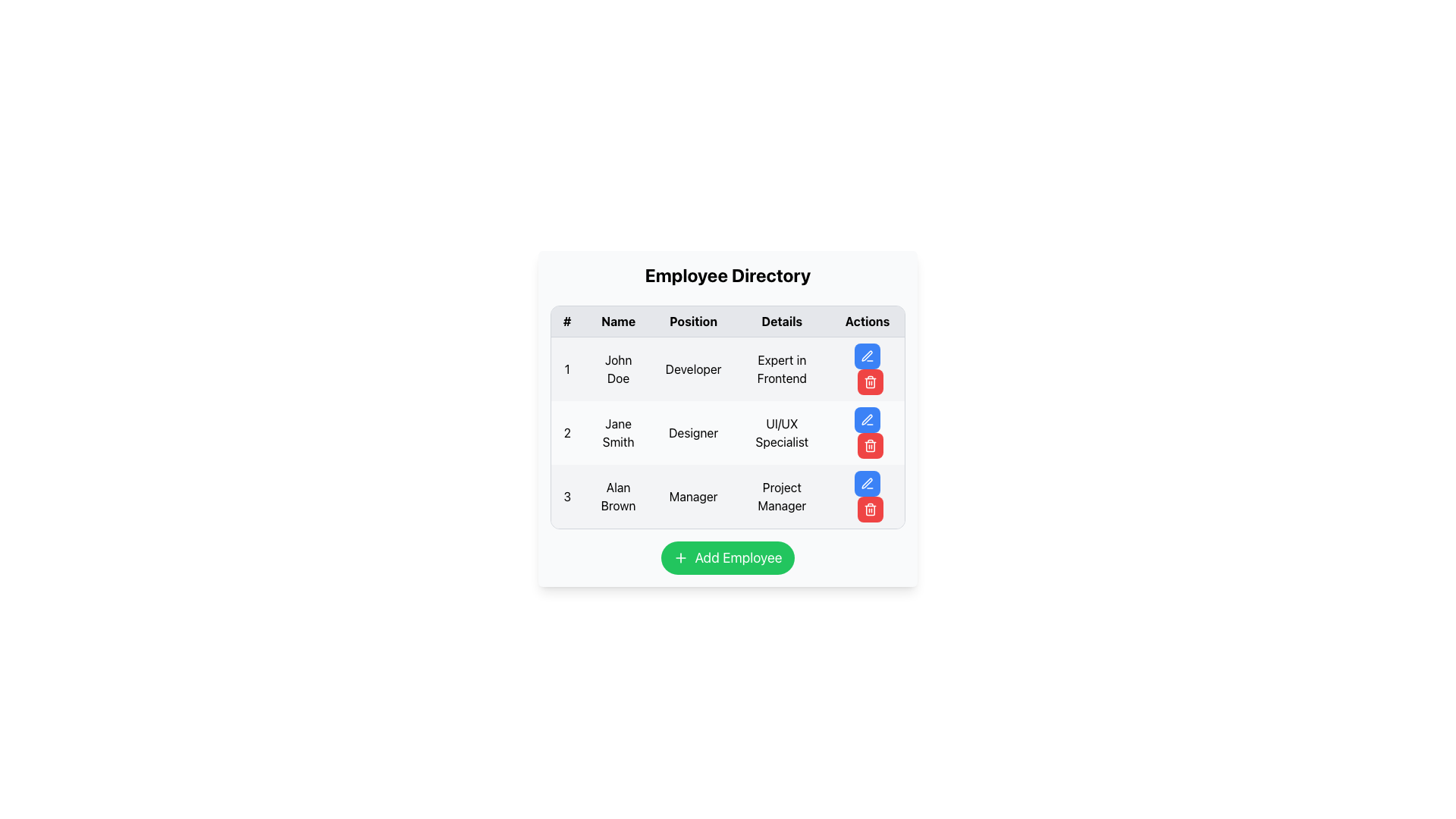 The width and height of the screenshot is (1456, 819). Describe the element at coordinates (782, 497) in the screenshot. I see `the Text Label displaying the professional title or role of the employee located in the third row of the table, specifically in the fourth cell from the left within its row, corresponding to the 'Details' column` at that location.